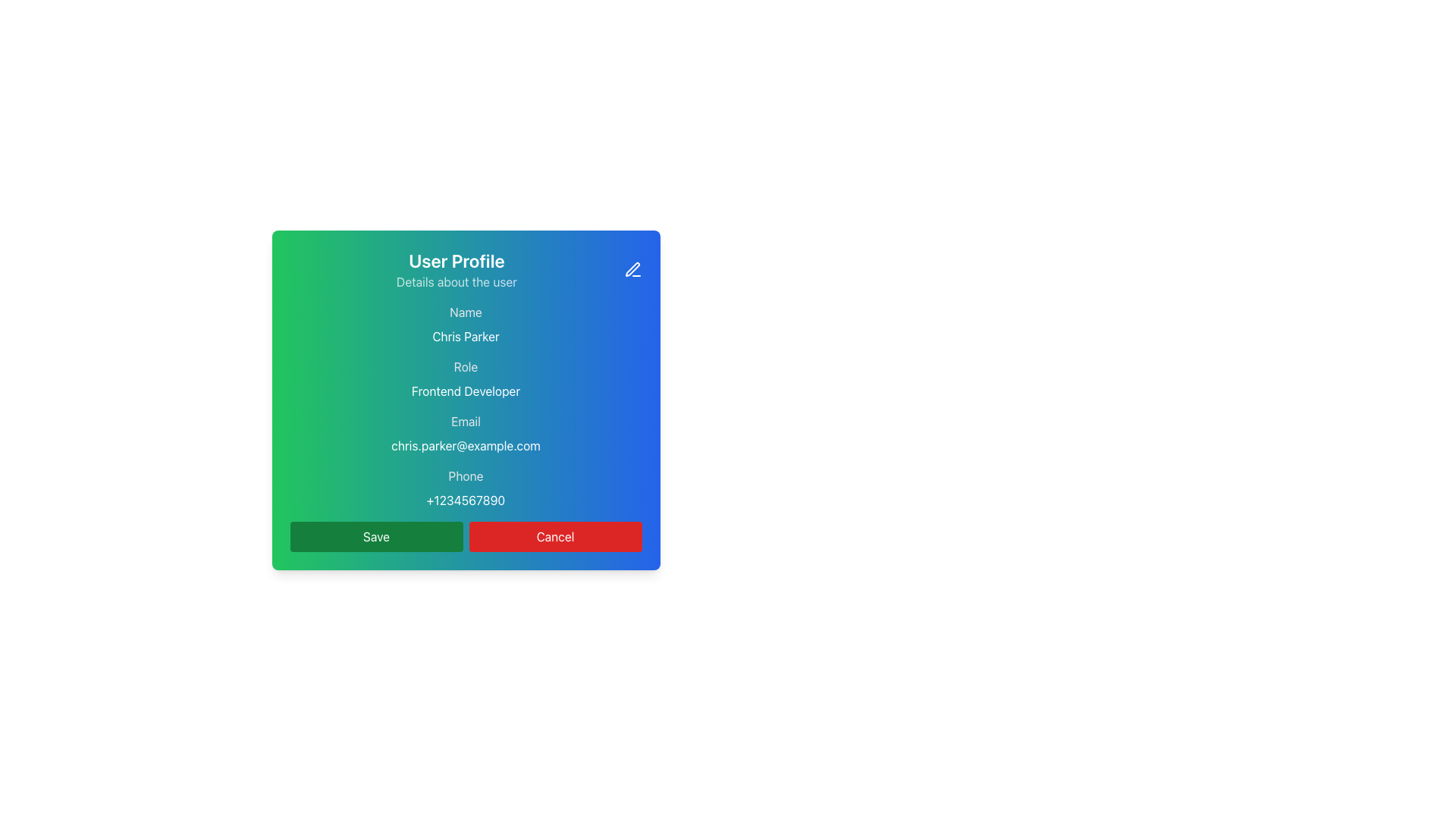 This screenshot has width=1456, height=819. I want to click on the static text element displaying 'Details about the user', located just underneath the title 'User Profile' in the user profile card interface, so click(456, 281).